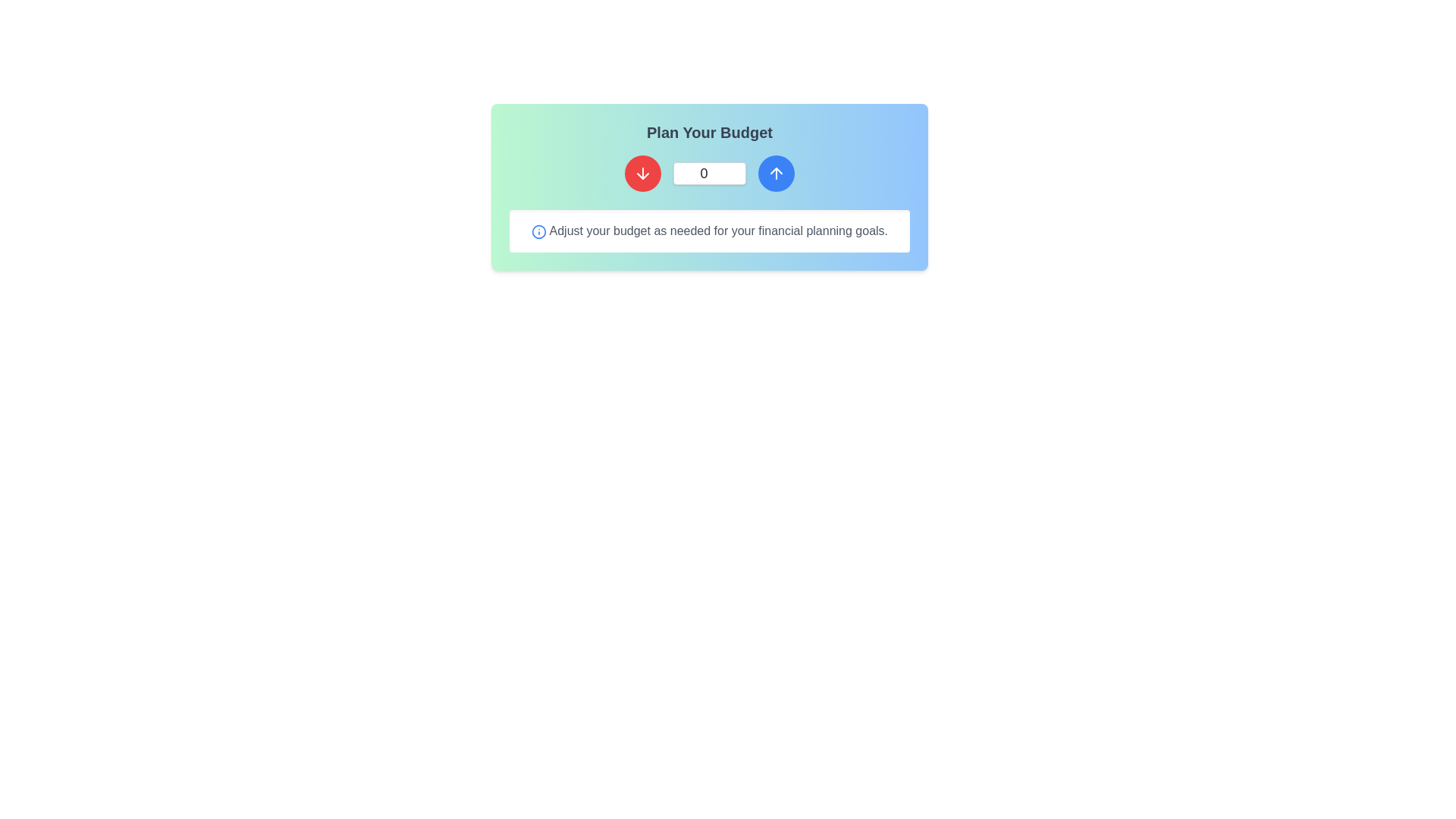  What do you see at coordinates (643, 172) in the screenshot?
I see `the Icon Button located within the red circular button to enable keyboard inputs for decrementing the numeric value displayed nearby` at bounding box center [643, 172].